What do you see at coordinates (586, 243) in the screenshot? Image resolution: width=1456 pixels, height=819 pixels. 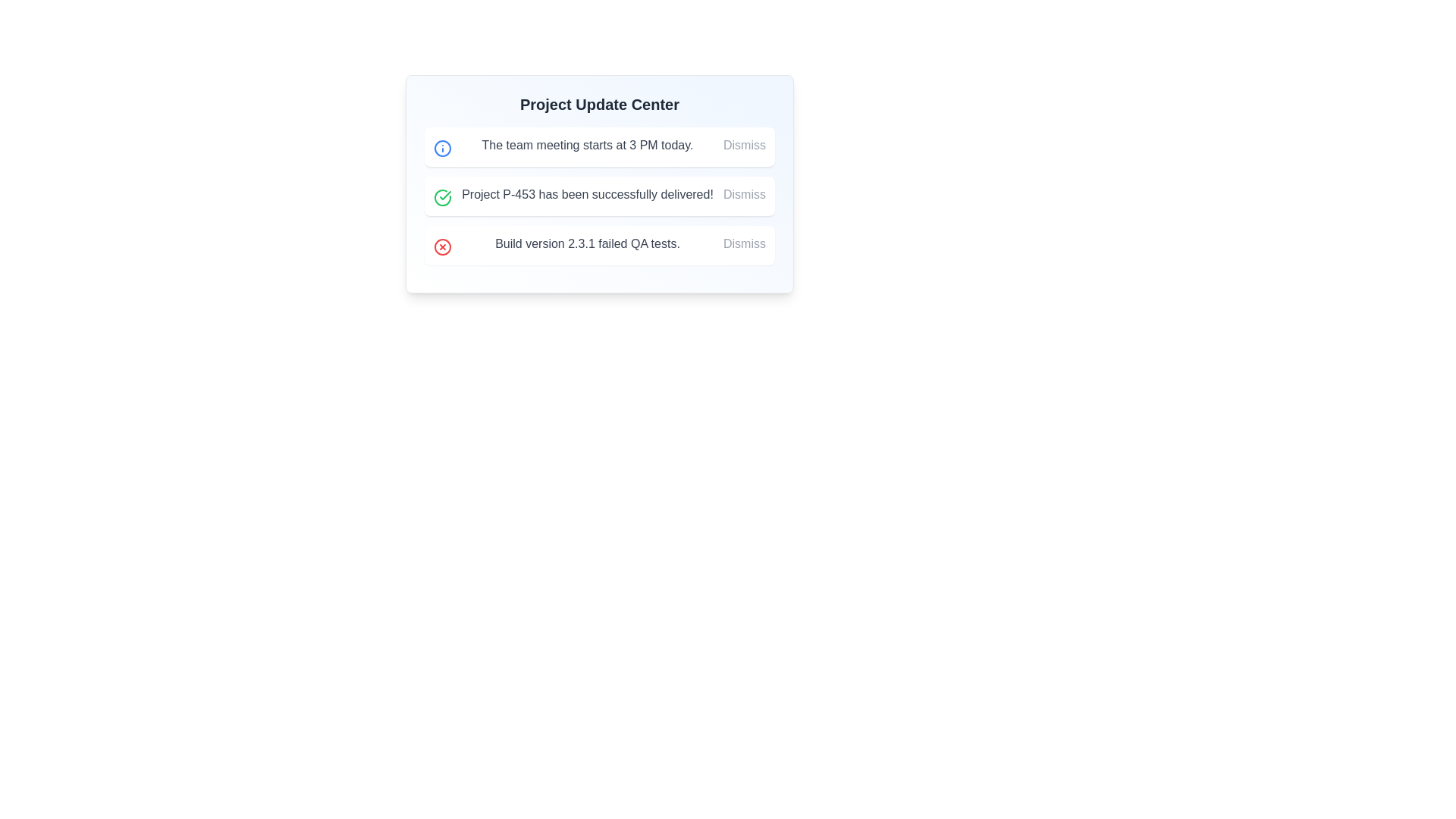 I see `the text label displaying 'Build version 2.3.1 failed QA tests.' which is part of the third notification entry in the 'Project Update Center'` at bounding box center [586, 243].